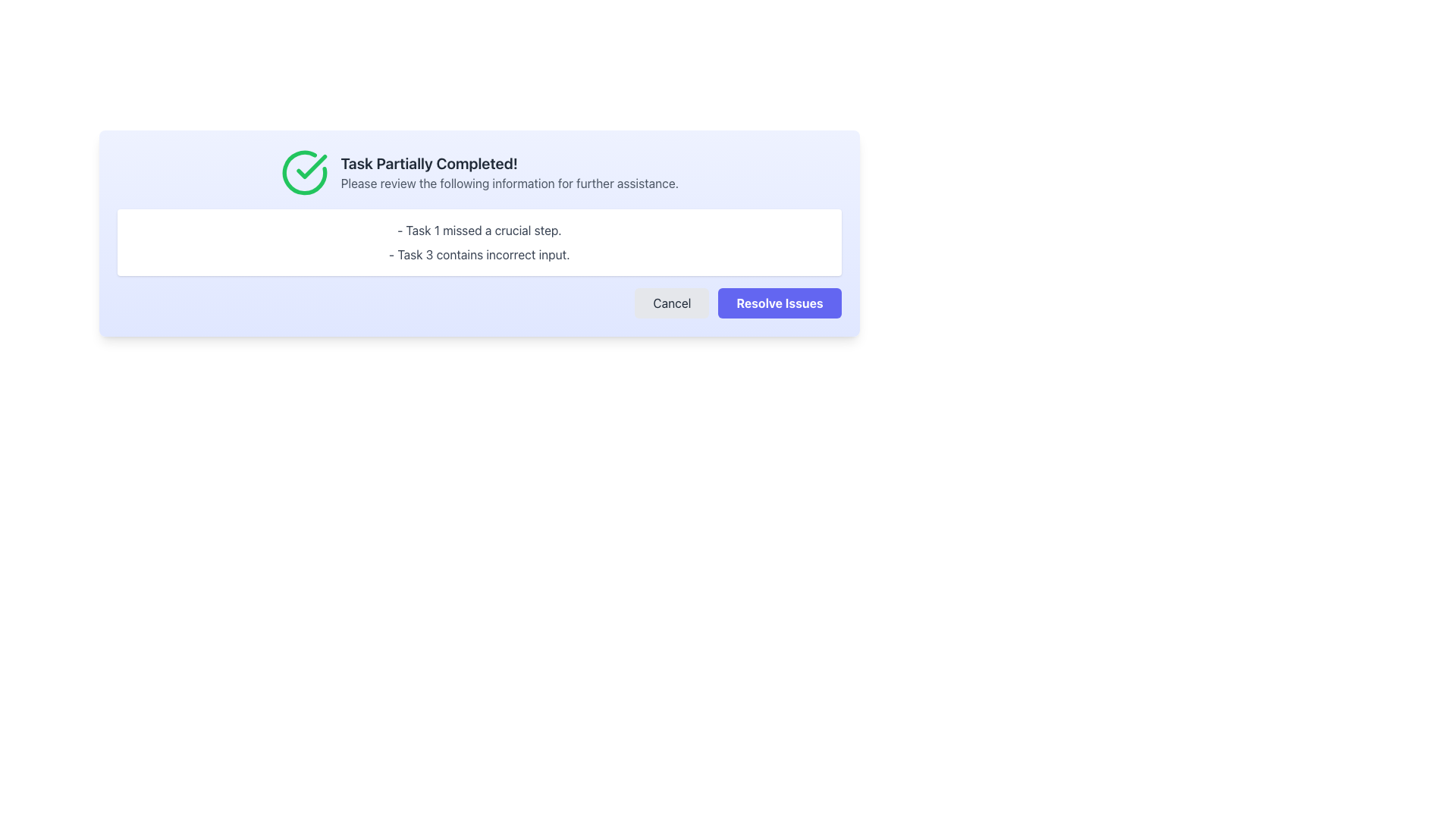 The image size is (1456, 819). I want to click on the Text Block displaying 'Task Partially Completed!' and 'Please review the following information for further assistance.', so click(510, 171).